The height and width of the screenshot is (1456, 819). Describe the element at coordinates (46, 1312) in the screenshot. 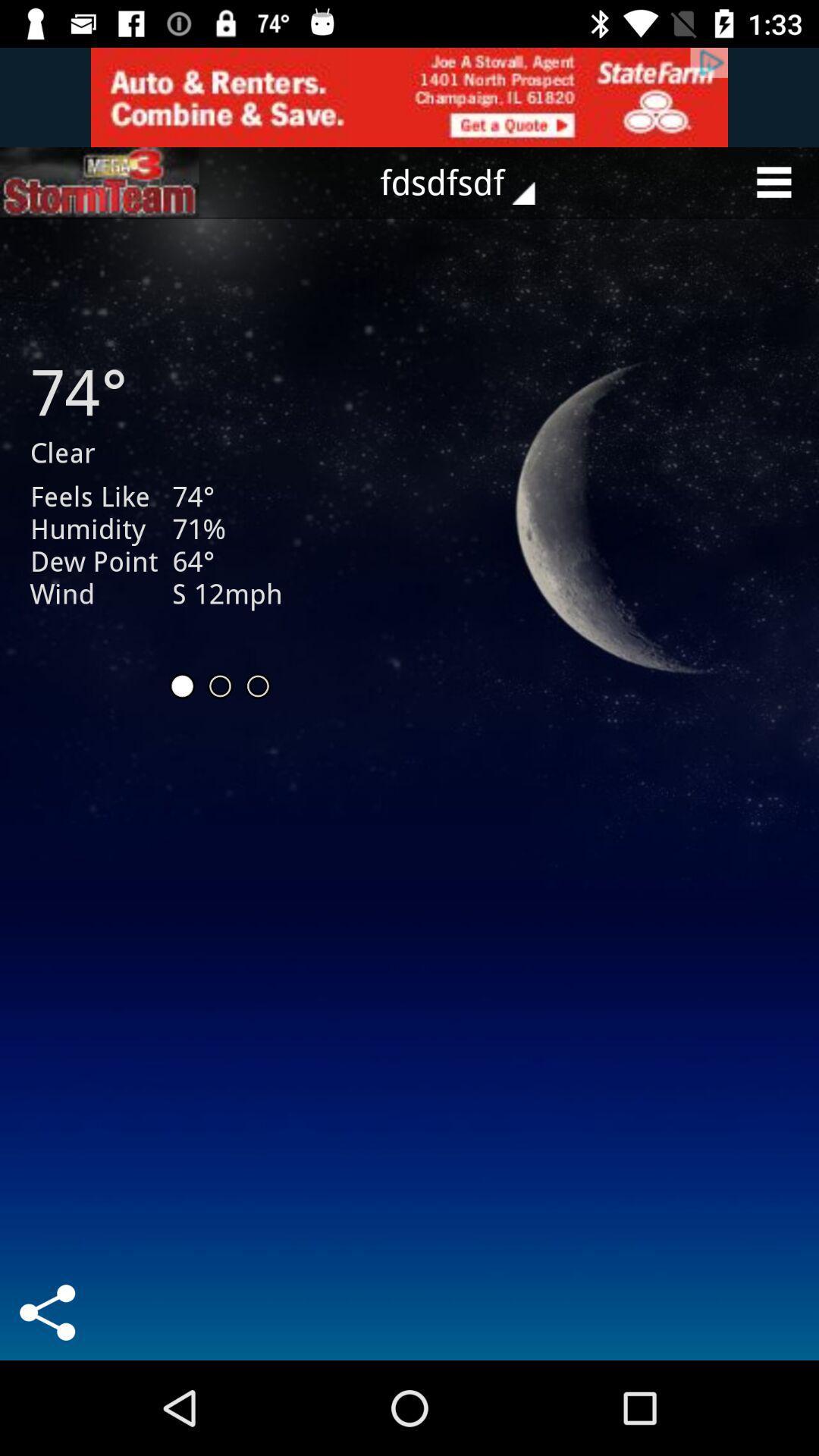

I see `the share icon` at that location.